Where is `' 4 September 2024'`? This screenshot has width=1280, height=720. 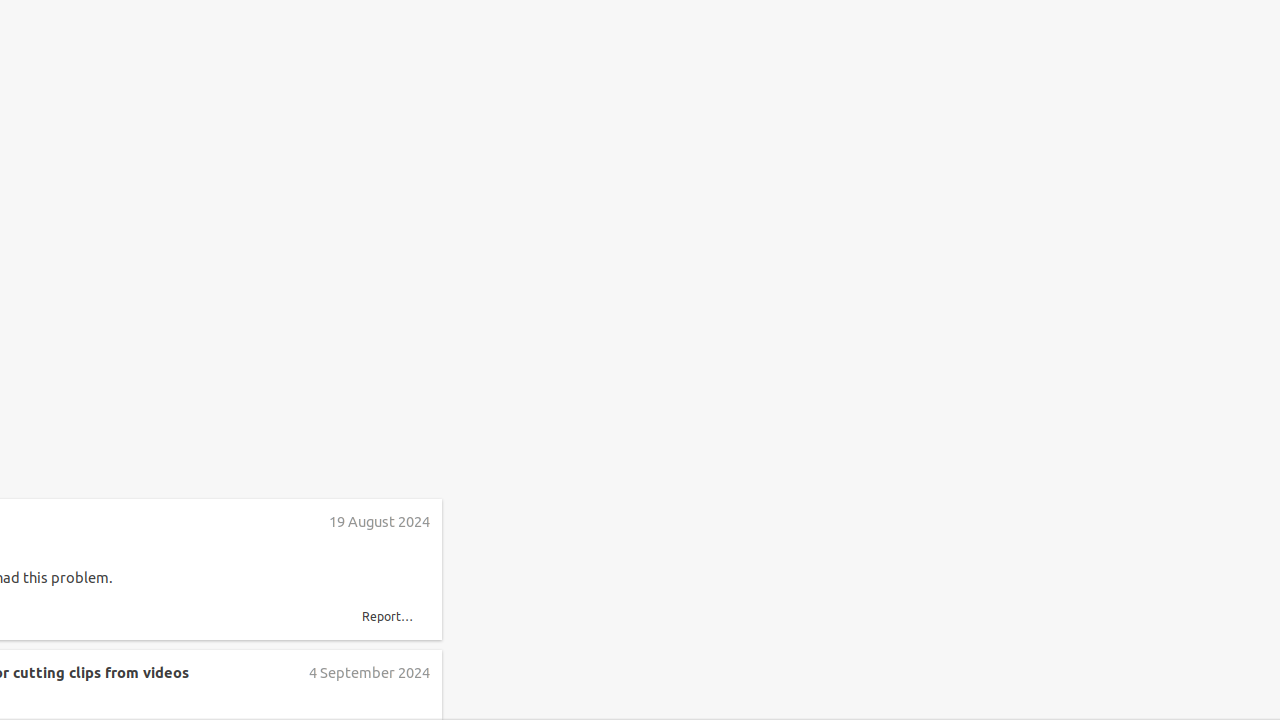
' 4 September 2024' is located at coordinates (368, 672).